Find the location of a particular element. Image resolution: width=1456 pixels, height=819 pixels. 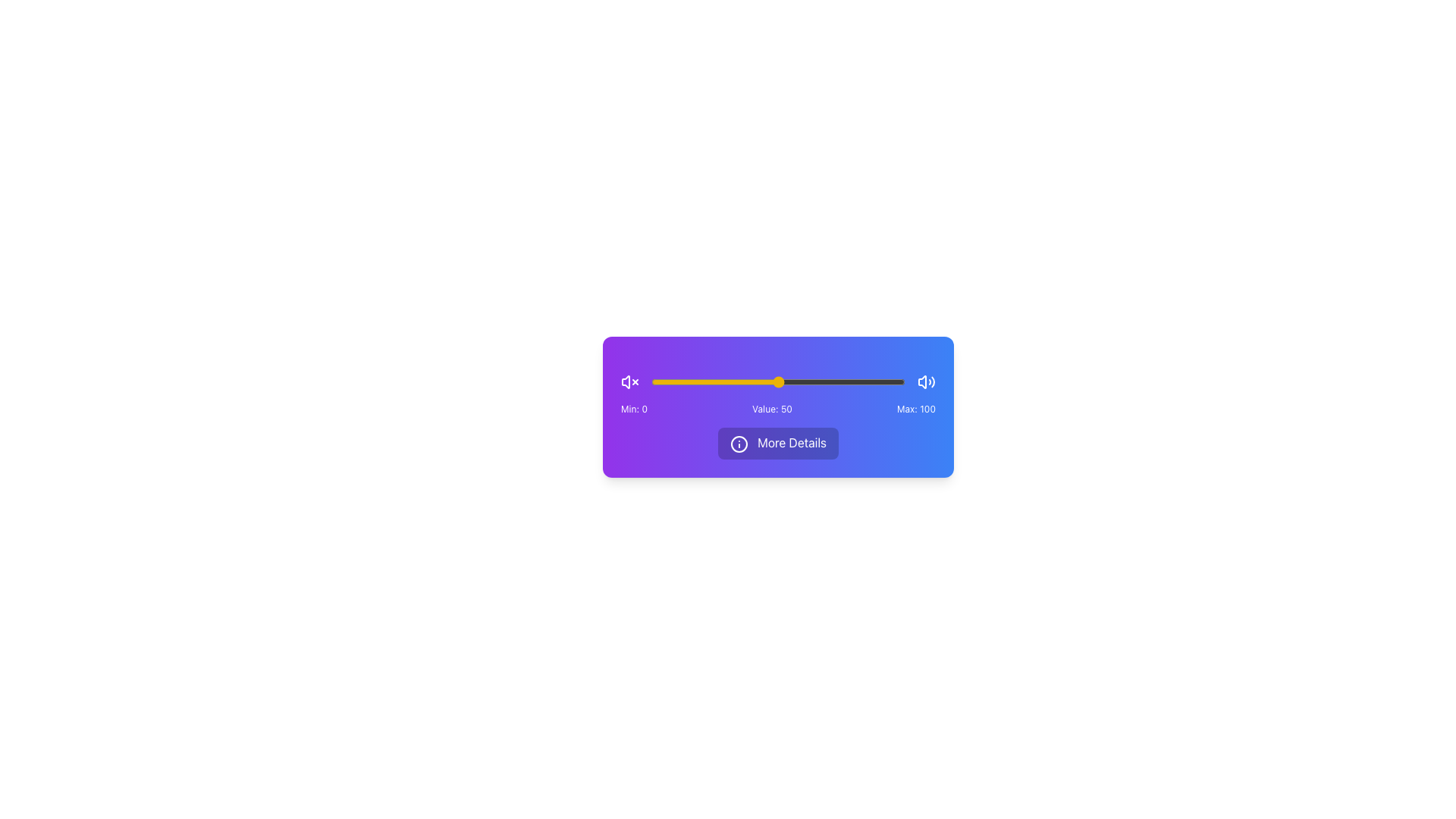

the slider value is located at coordinates (711, 381).